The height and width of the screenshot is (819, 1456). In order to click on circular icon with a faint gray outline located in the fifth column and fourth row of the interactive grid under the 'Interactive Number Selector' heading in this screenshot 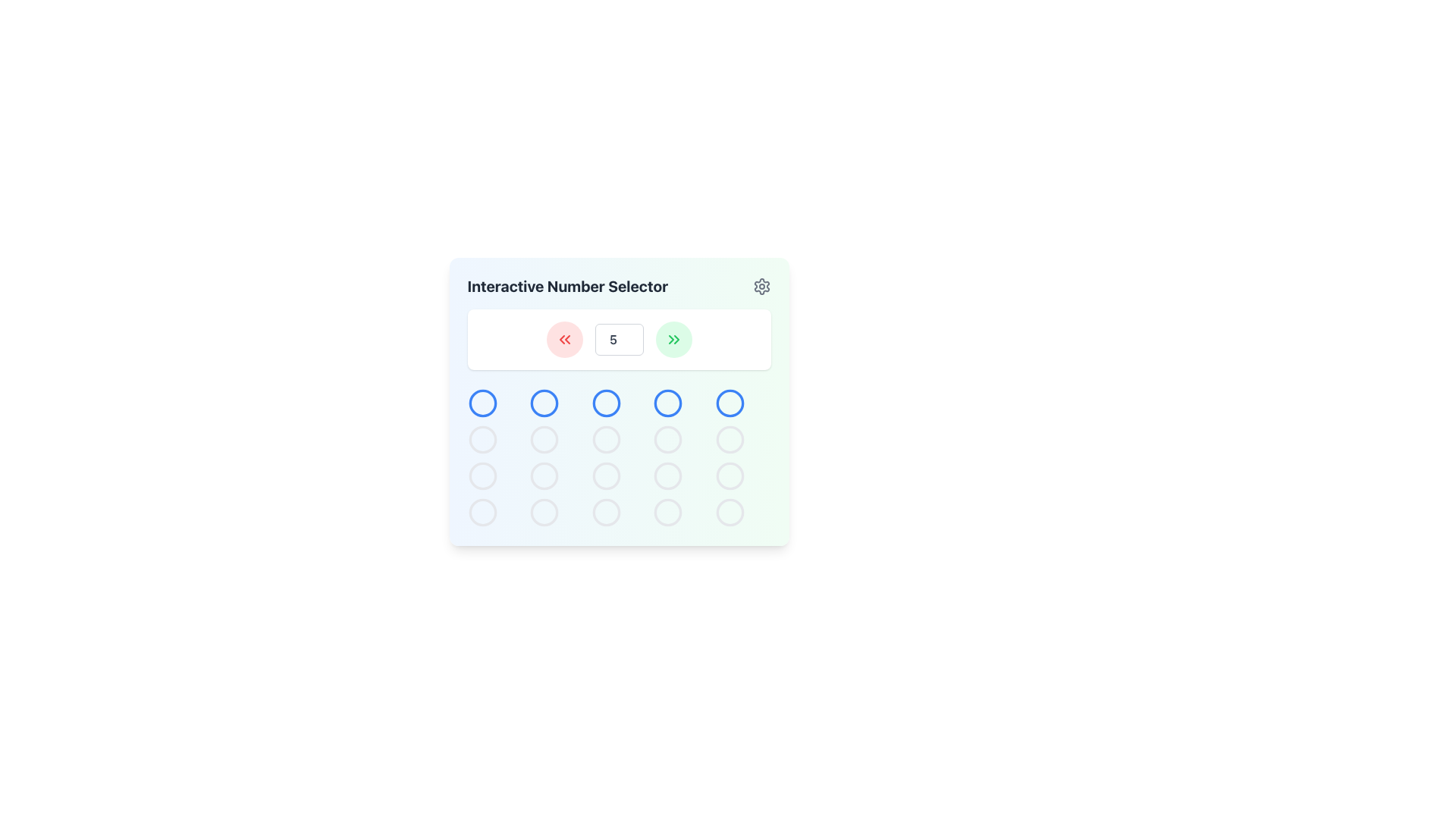, I will do `click(667, 512)`.